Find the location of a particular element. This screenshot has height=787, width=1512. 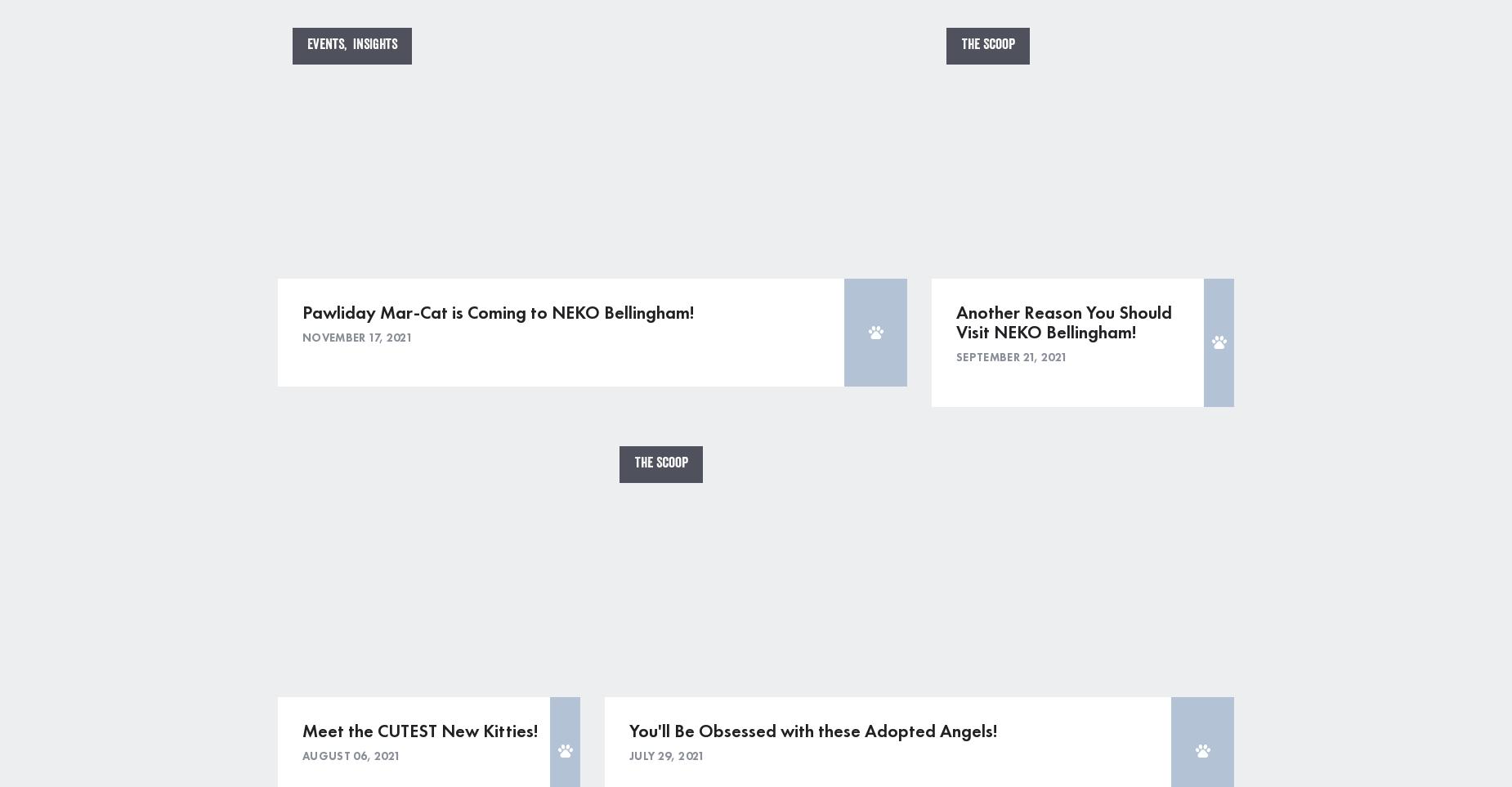

'August 06, 2021' is located at coordinates (350, 754).